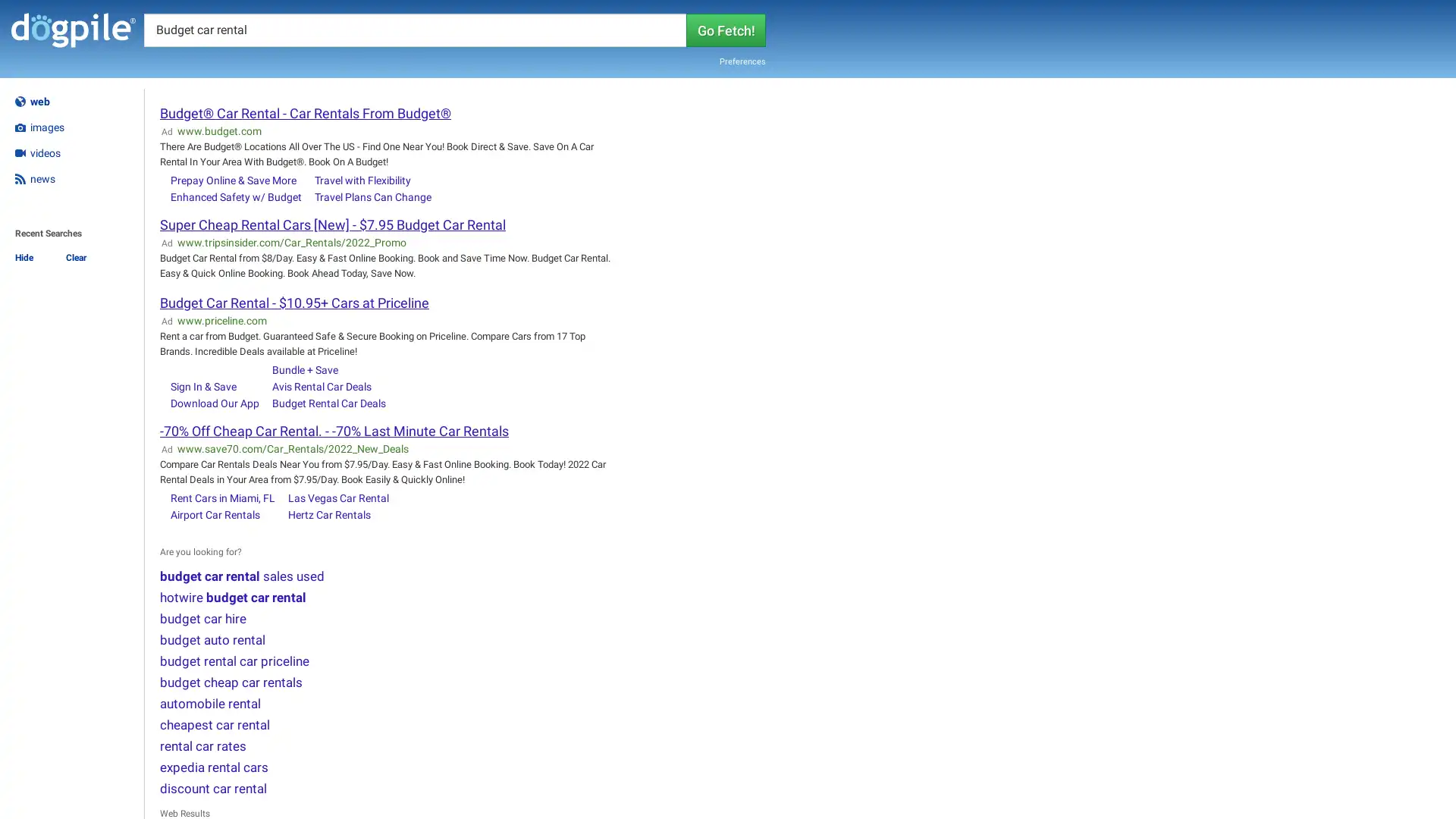 This screenshot has height=819, width=1456. Describe the element at coordinates (725, 29) in the screenshot. I see `Search` at that location.